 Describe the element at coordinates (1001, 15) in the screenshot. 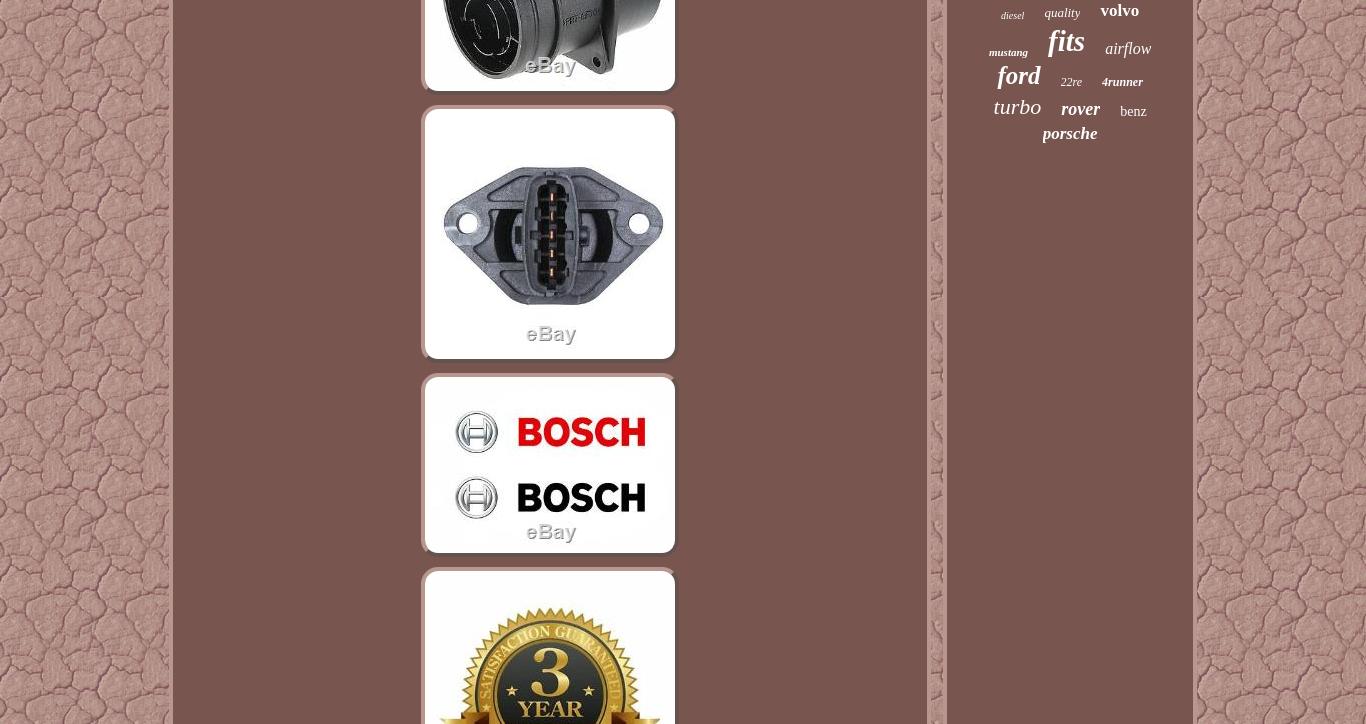

I see `'diesel'` at that location.